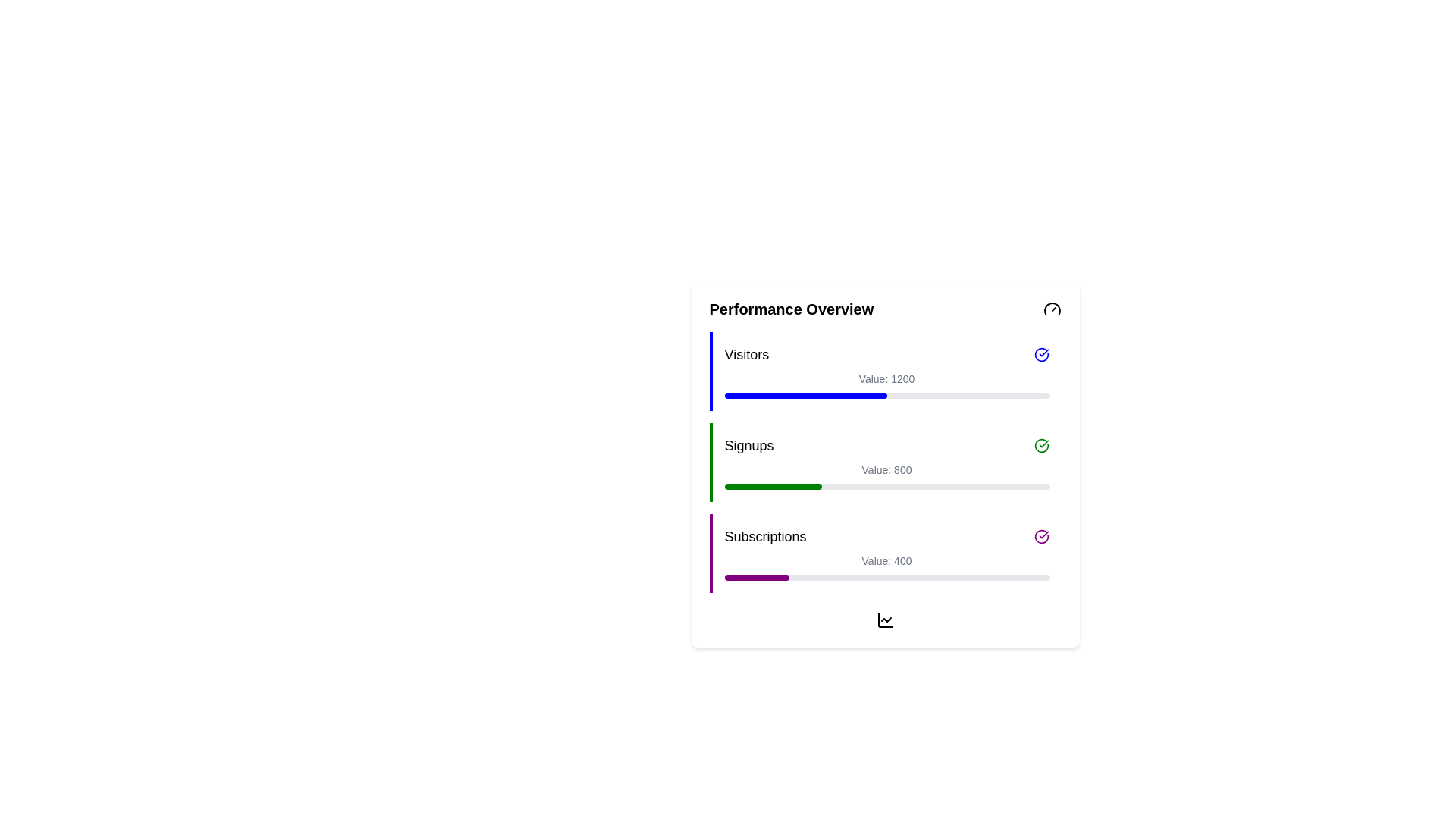 This screenshot has height=819, width=1456. Describe the element at coordinates (746, 354) in the screenshot. I see `the text label displaying 'Visitors', which is a prominent section title aligned to the left` at that location.